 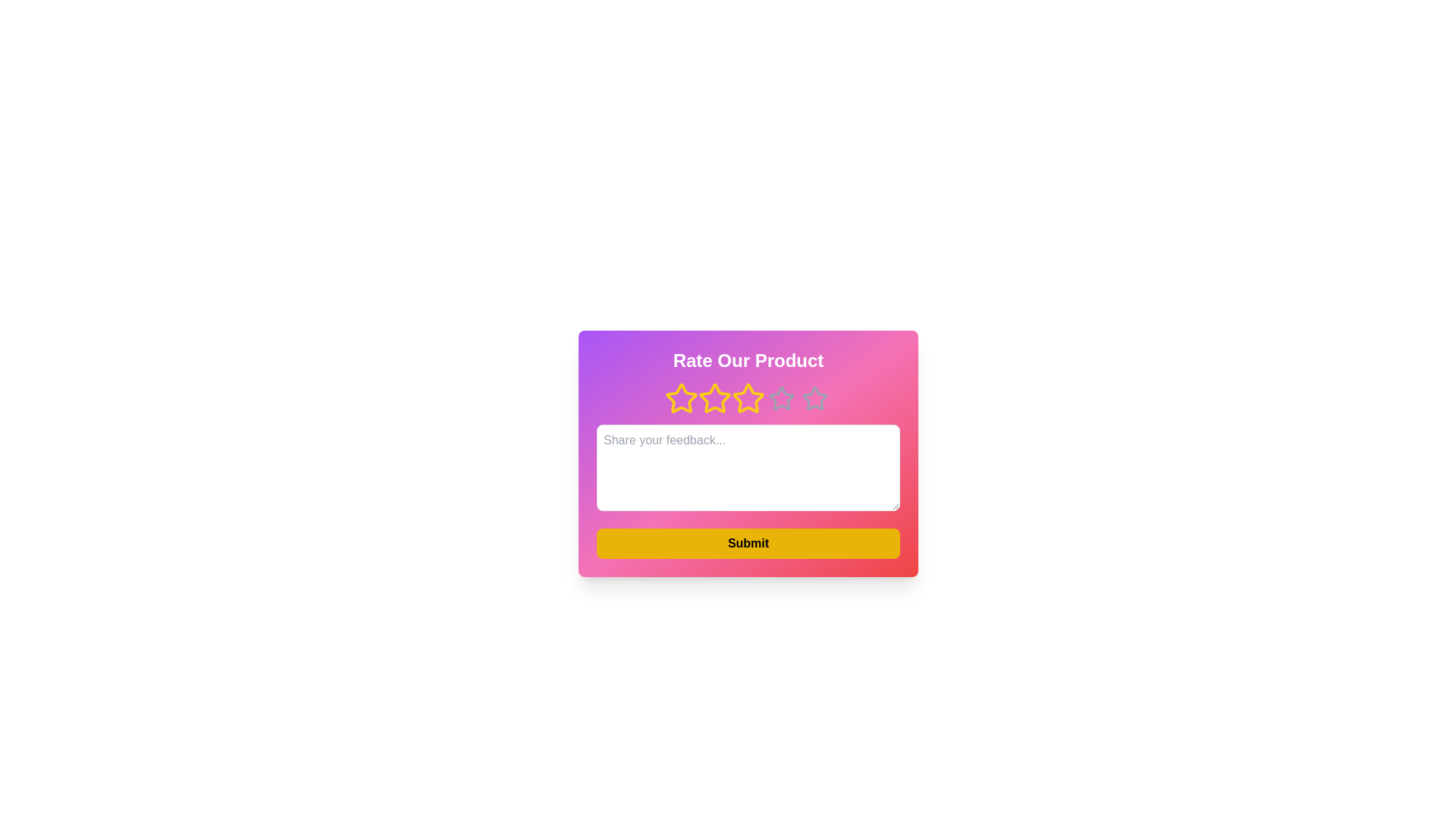 What do you see at coordinates (748, 543) in the screenshot?
I see `the submission button located at the bottom of the feedback card to observe the hover effect` at bounding box center [748, 543].